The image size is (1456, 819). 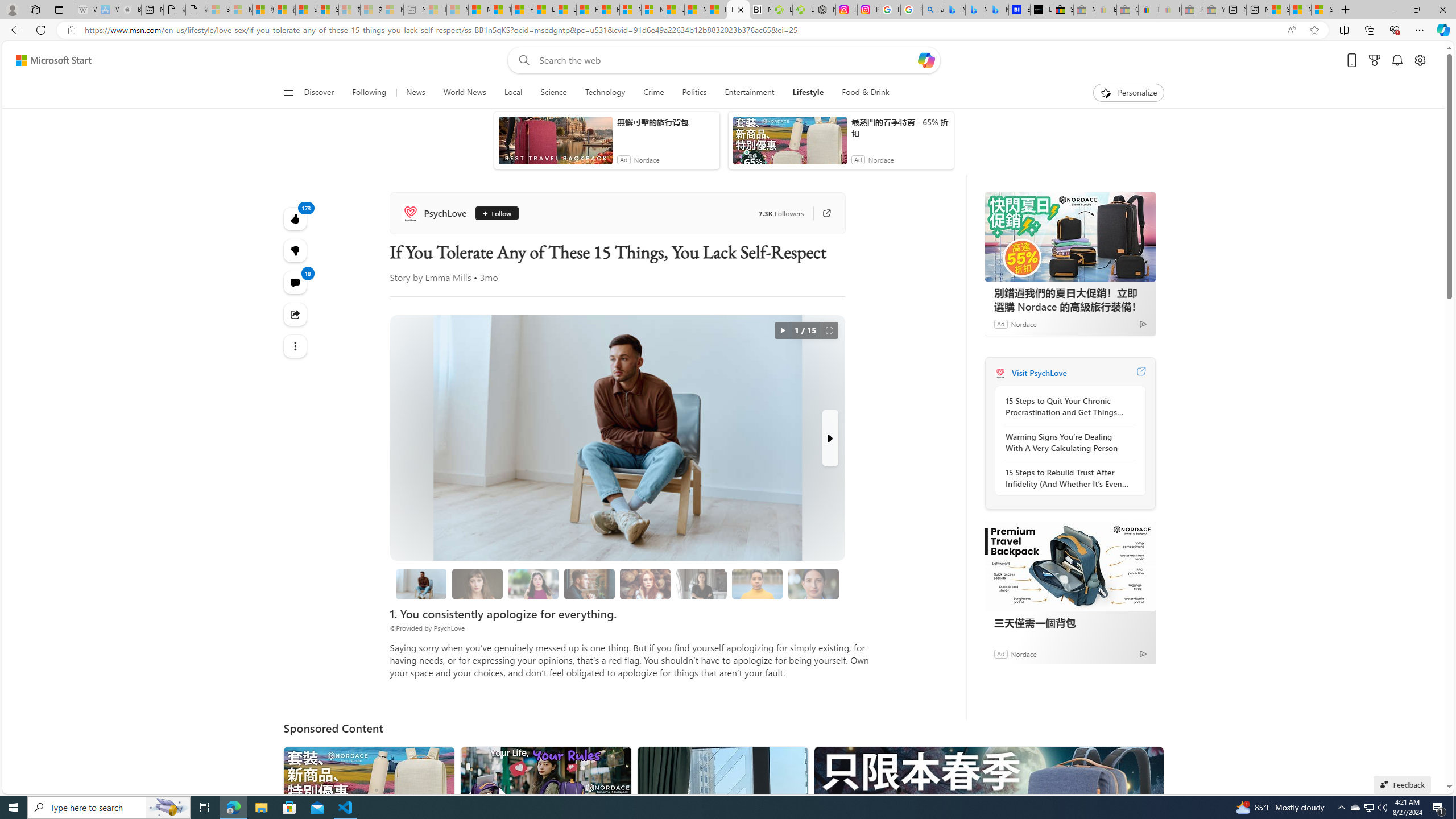 I want to click on 'Next Slide', so click(x=830, y=437).